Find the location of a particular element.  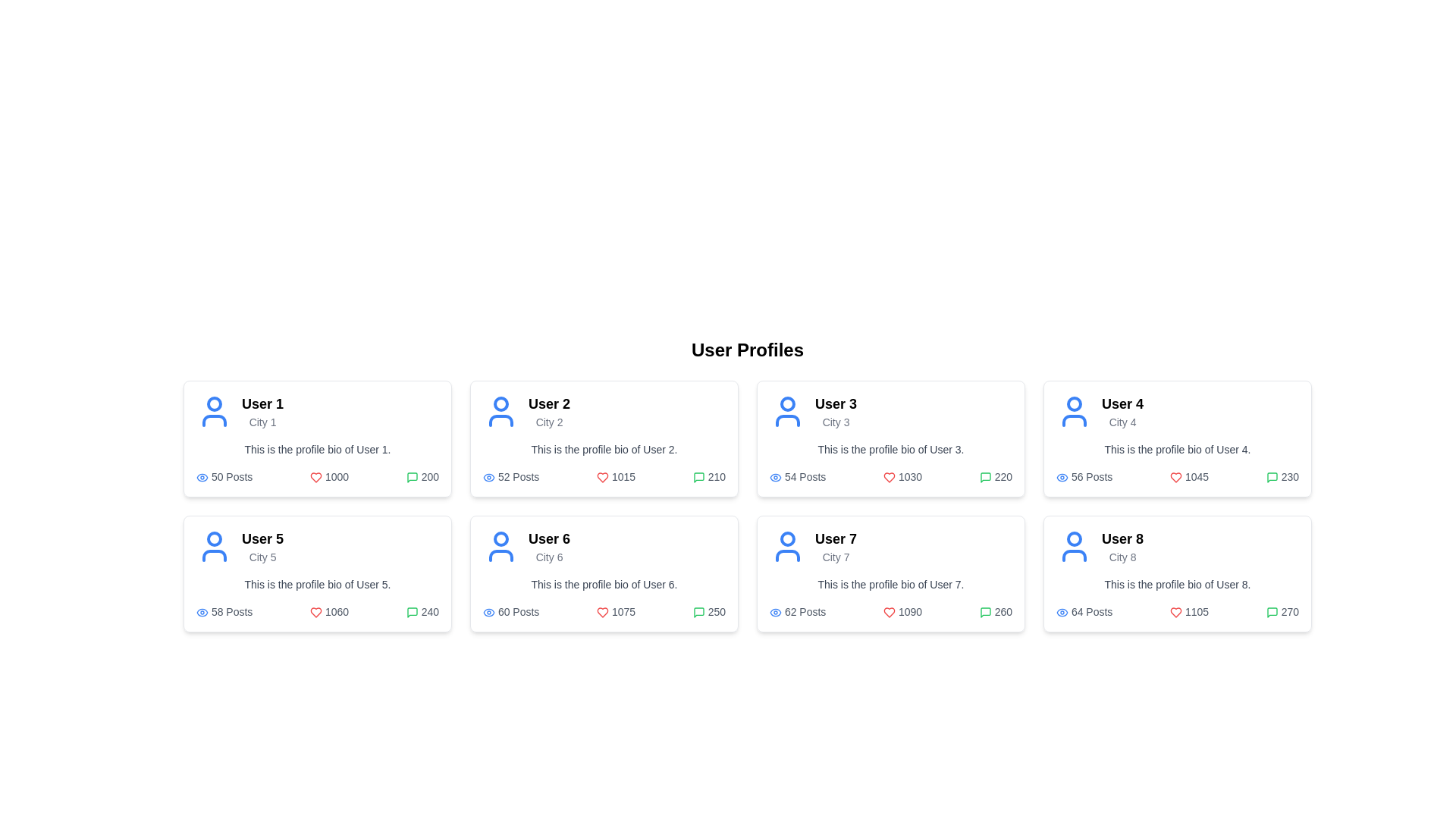

the Profile Card for 'User 2', which displays their name, location, and interaction statistics is located at coordinates (603, 438).